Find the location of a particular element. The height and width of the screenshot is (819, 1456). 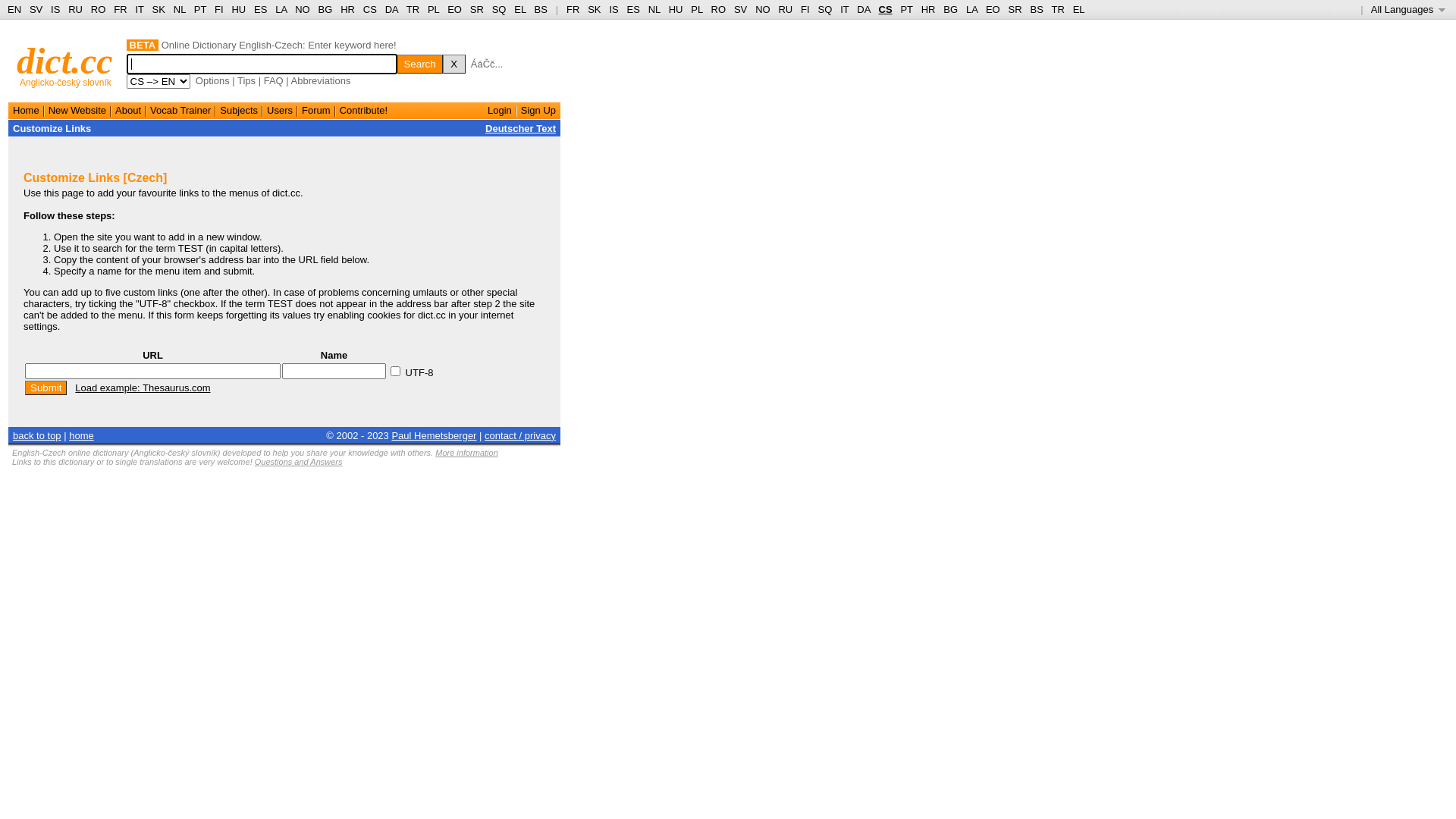

'SR' is located at coordinates (475, 9).